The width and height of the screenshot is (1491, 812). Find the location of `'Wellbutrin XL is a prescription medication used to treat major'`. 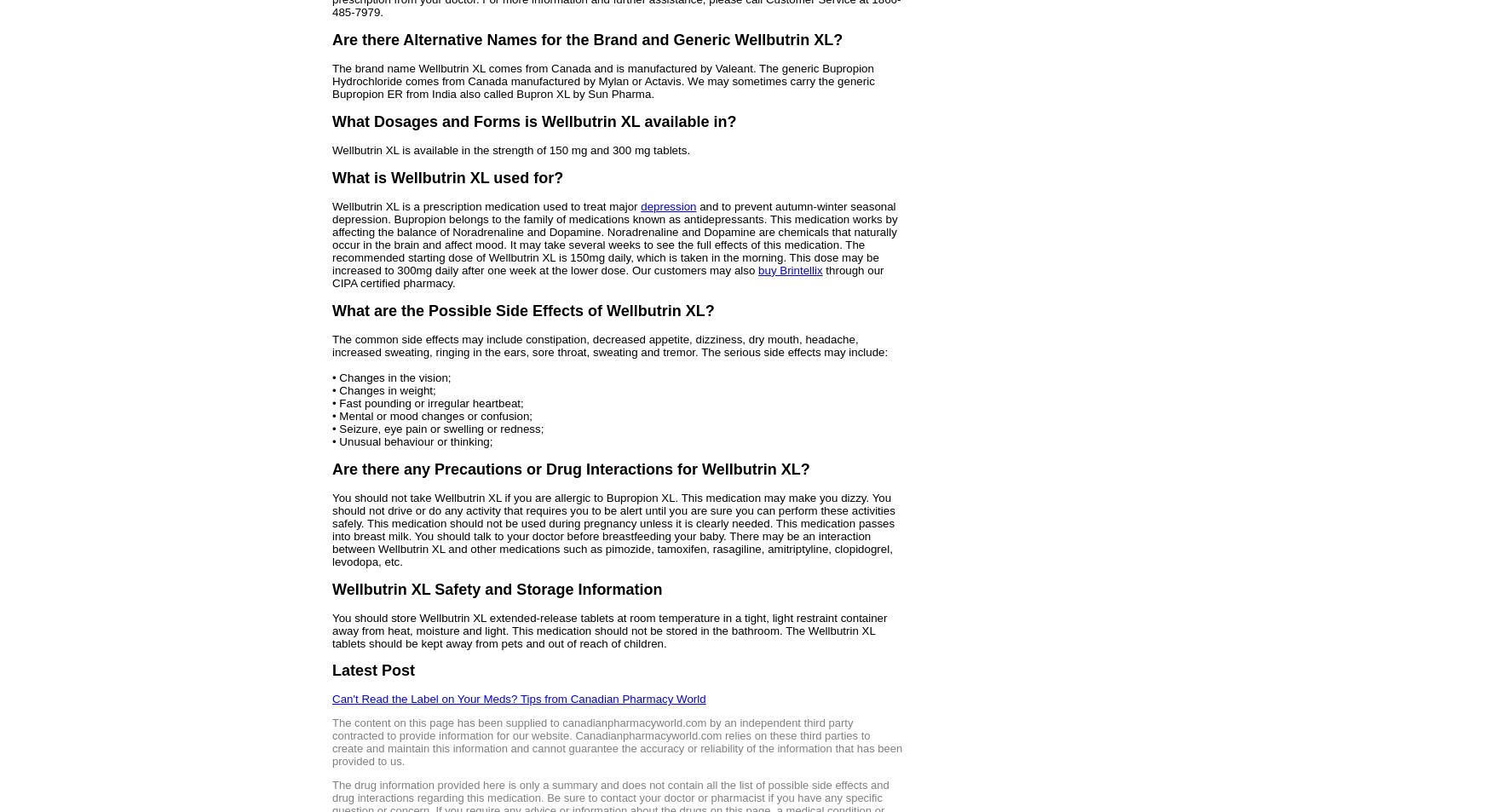

'Wellbutrin XL is a prescription medication used to treat major' is located at coordinates (486, 204).